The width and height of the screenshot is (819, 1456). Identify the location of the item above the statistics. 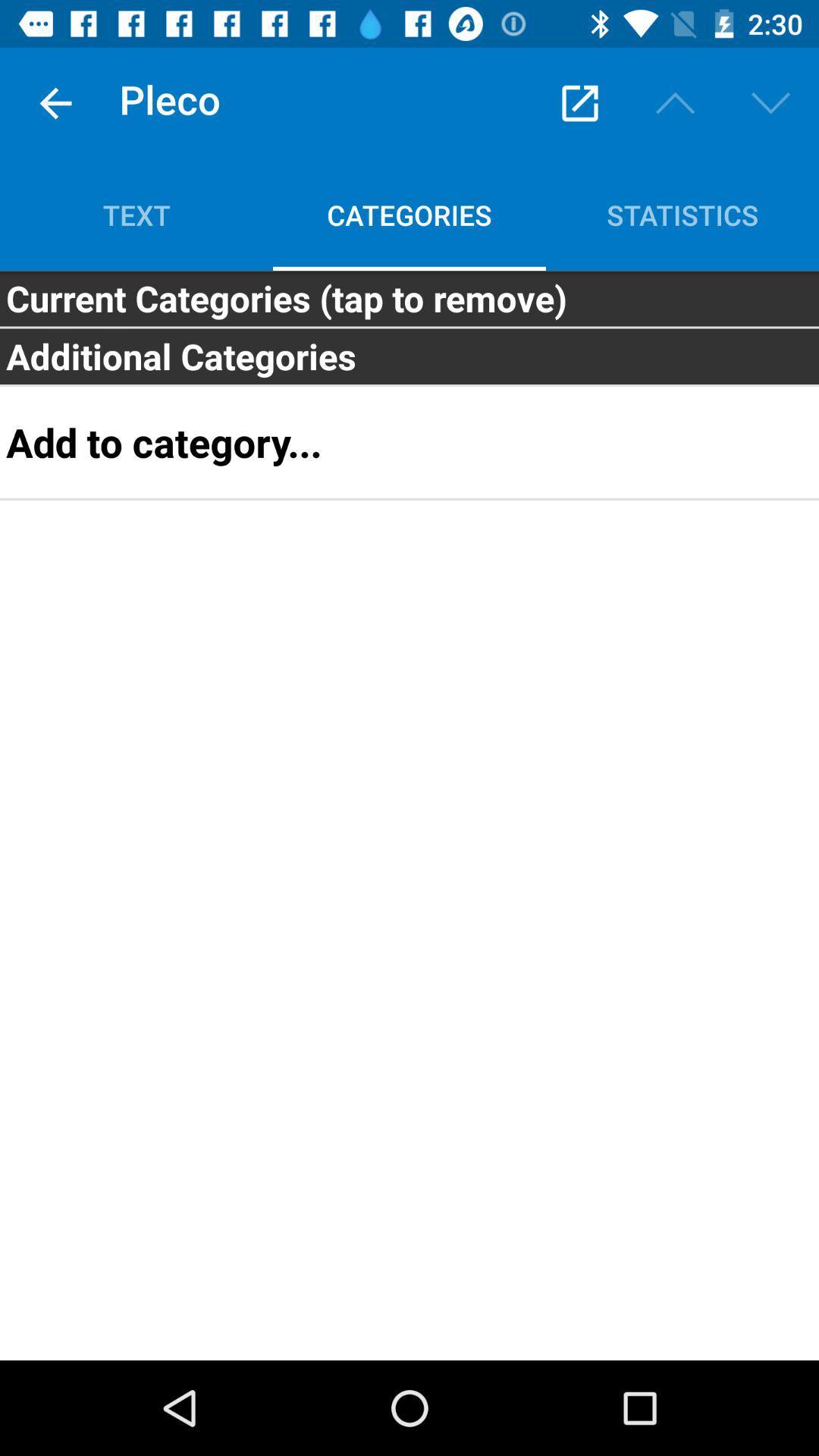
(675, 102).